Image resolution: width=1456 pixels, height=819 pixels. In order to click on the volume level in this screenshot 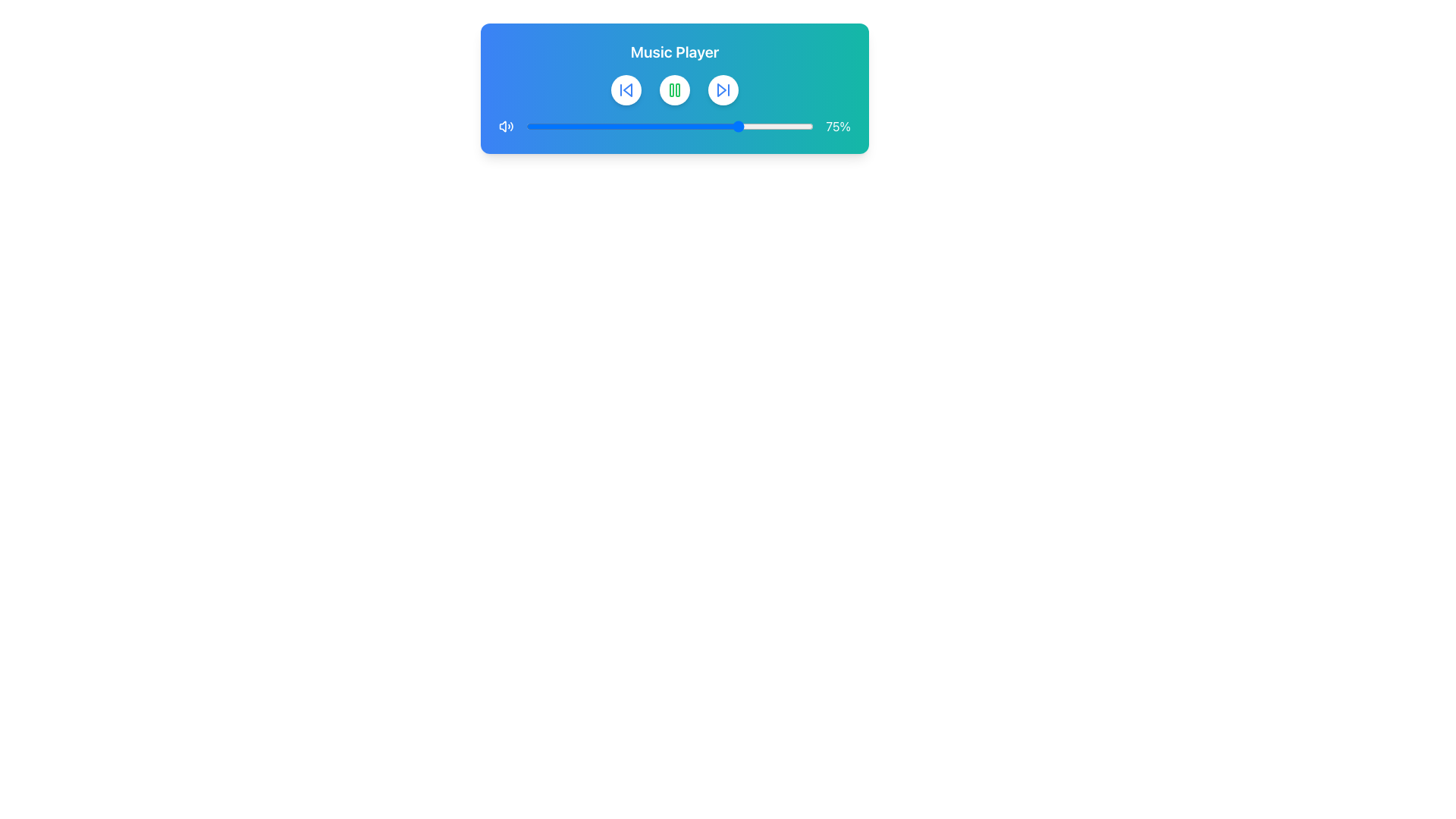, I will do `click(623, 125)`.